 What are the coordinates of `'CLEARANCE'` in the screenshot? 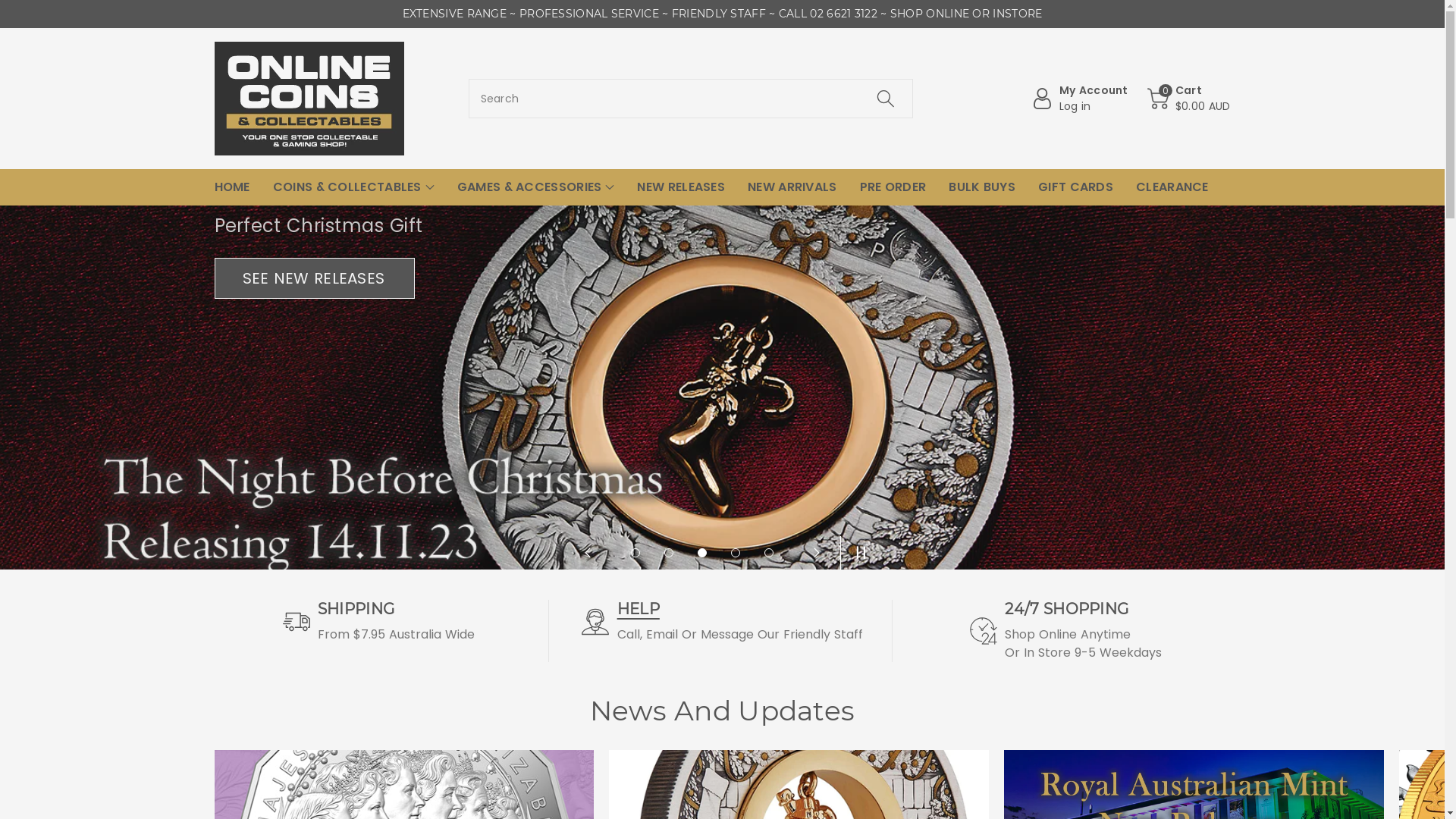 It's located at (1171, 186).